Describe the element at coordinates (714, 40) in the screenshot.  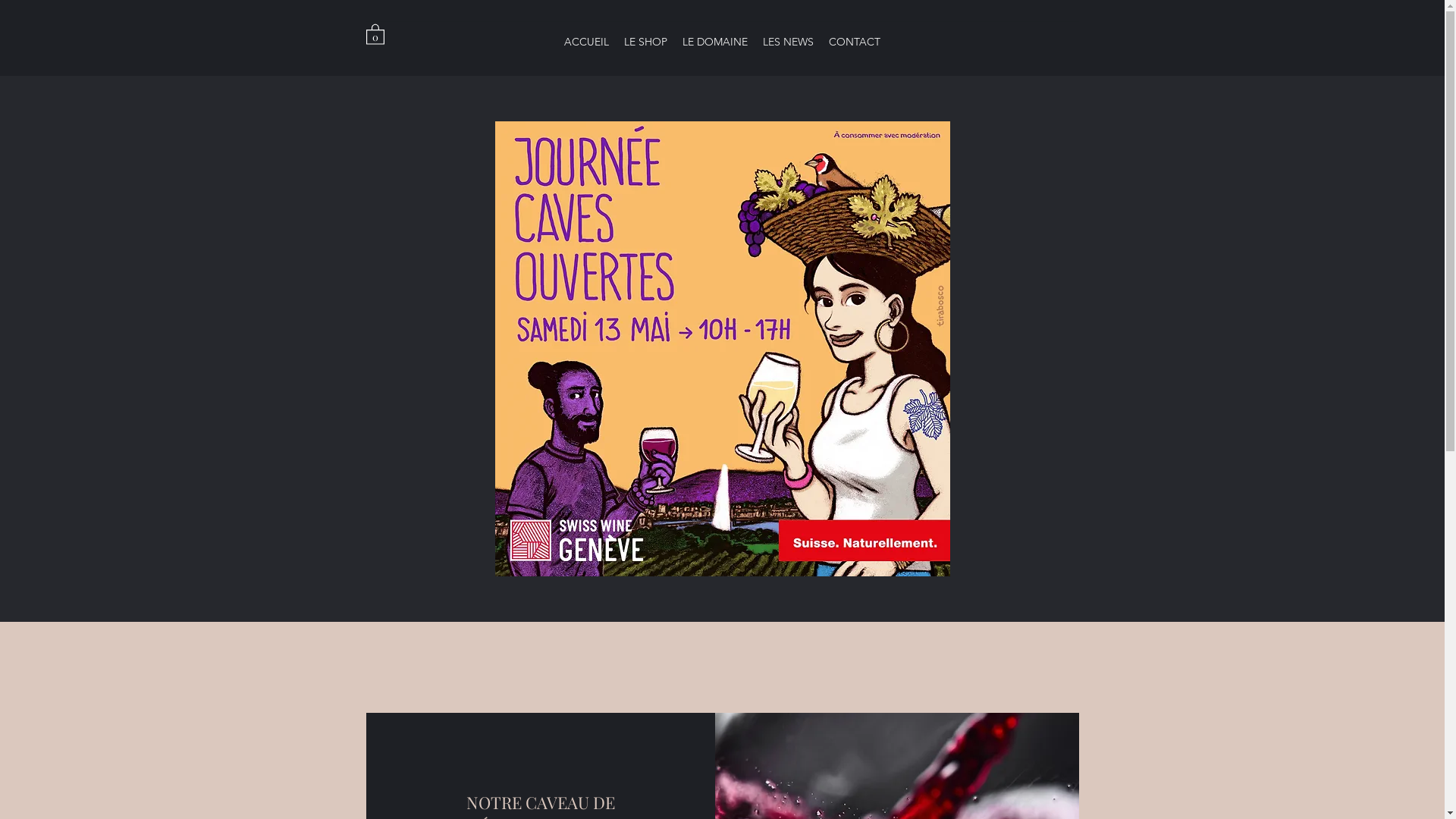
I see `'LE DOMAINE'` at that location.